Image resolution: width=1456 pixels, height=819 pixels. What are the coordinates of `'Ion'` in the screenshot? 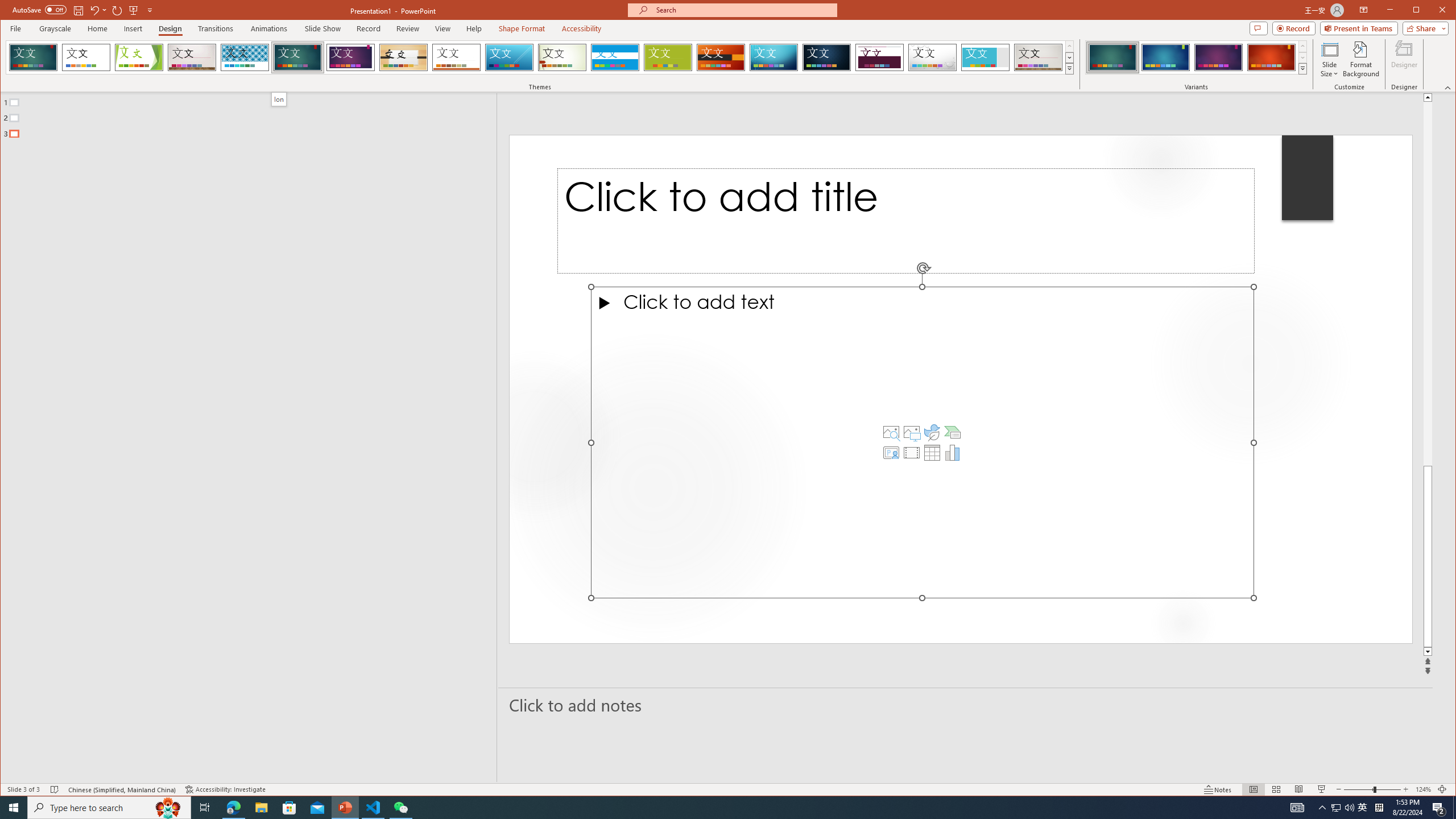 It's located at (278, 98).